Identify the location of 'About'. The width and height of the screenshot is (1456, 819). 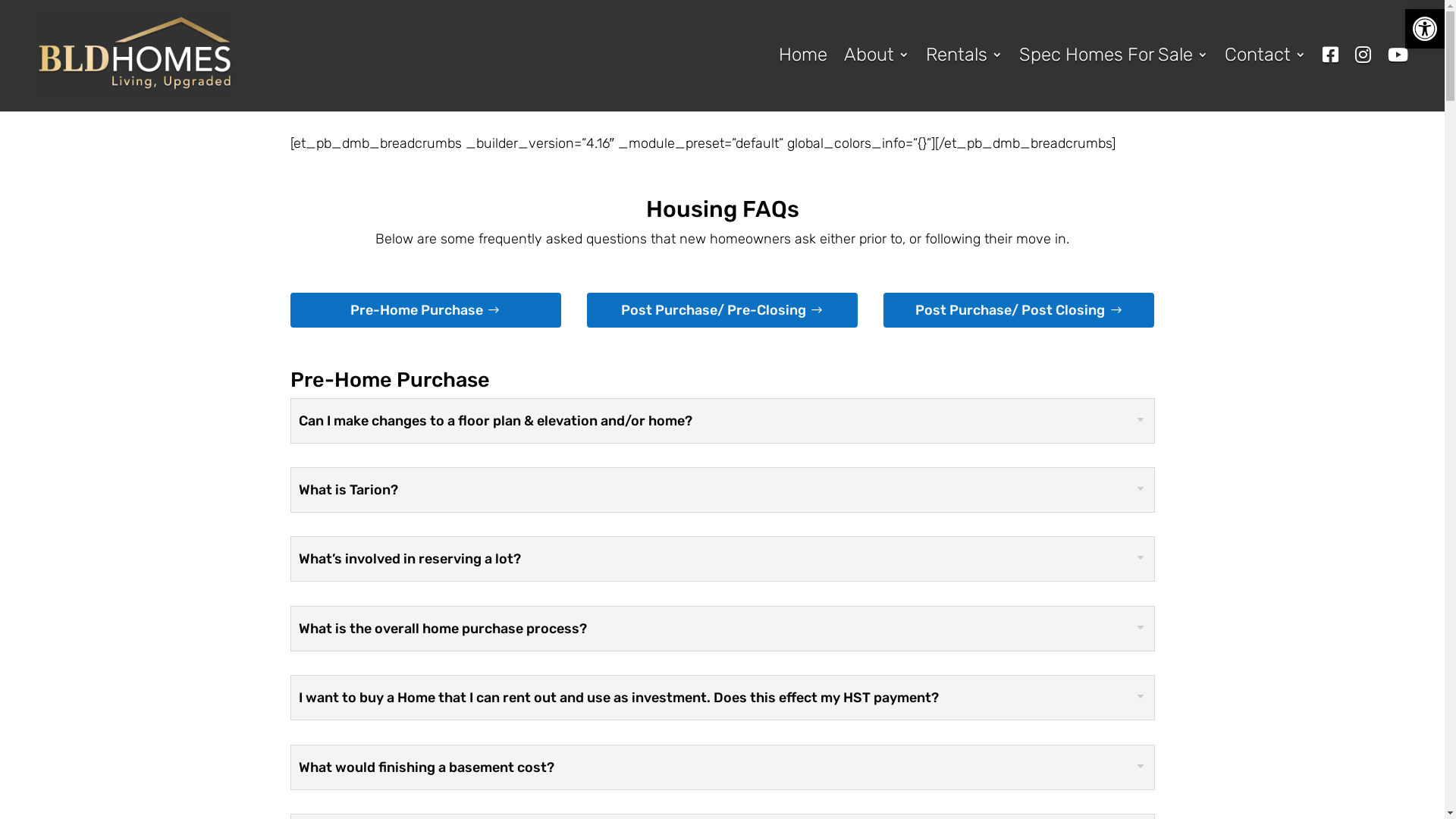
(877, 54).